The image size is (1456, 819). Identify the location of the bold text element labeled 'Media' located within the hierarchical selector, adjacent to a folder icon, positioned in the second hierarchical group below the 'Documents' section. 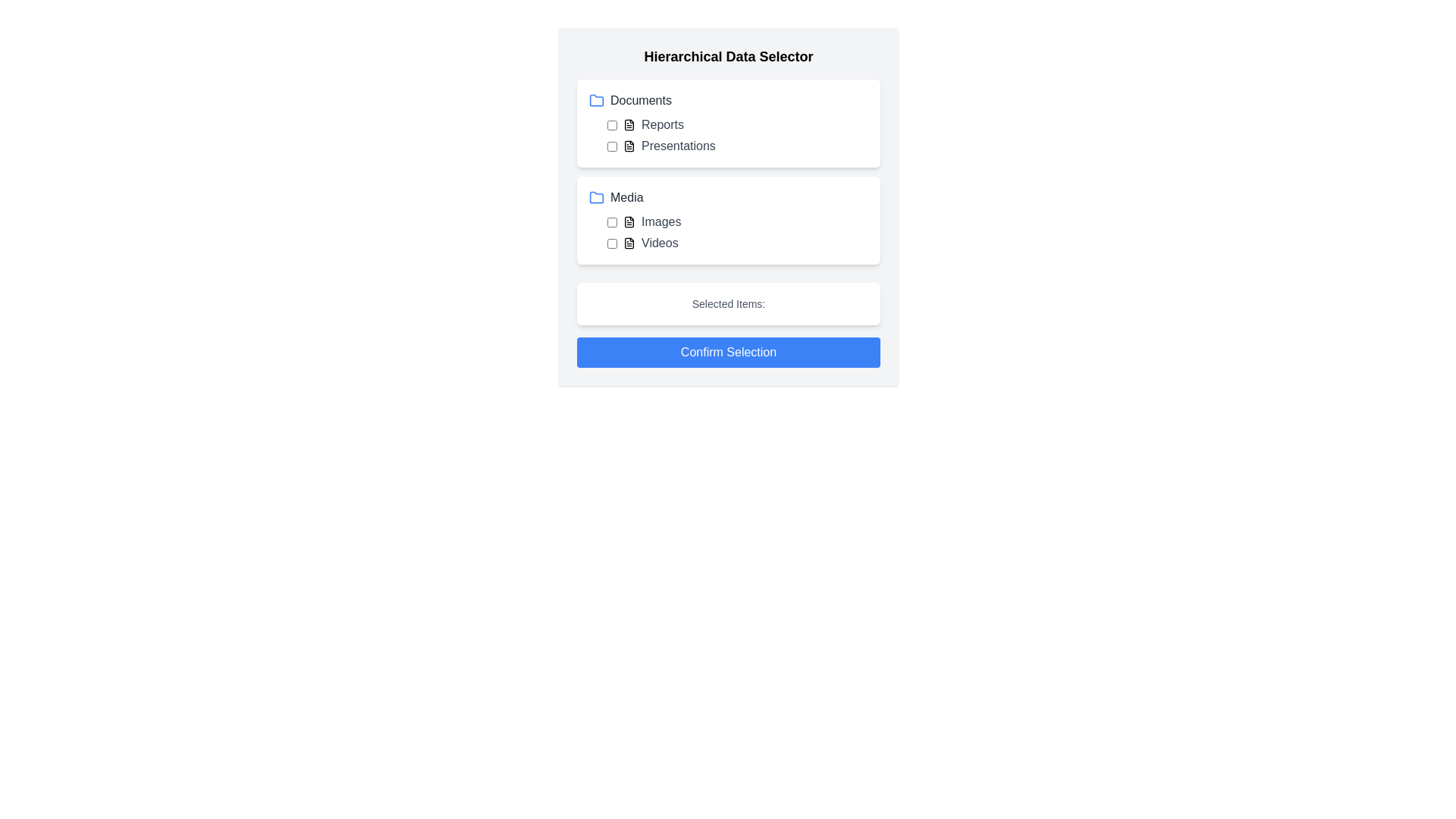
(626, 197).